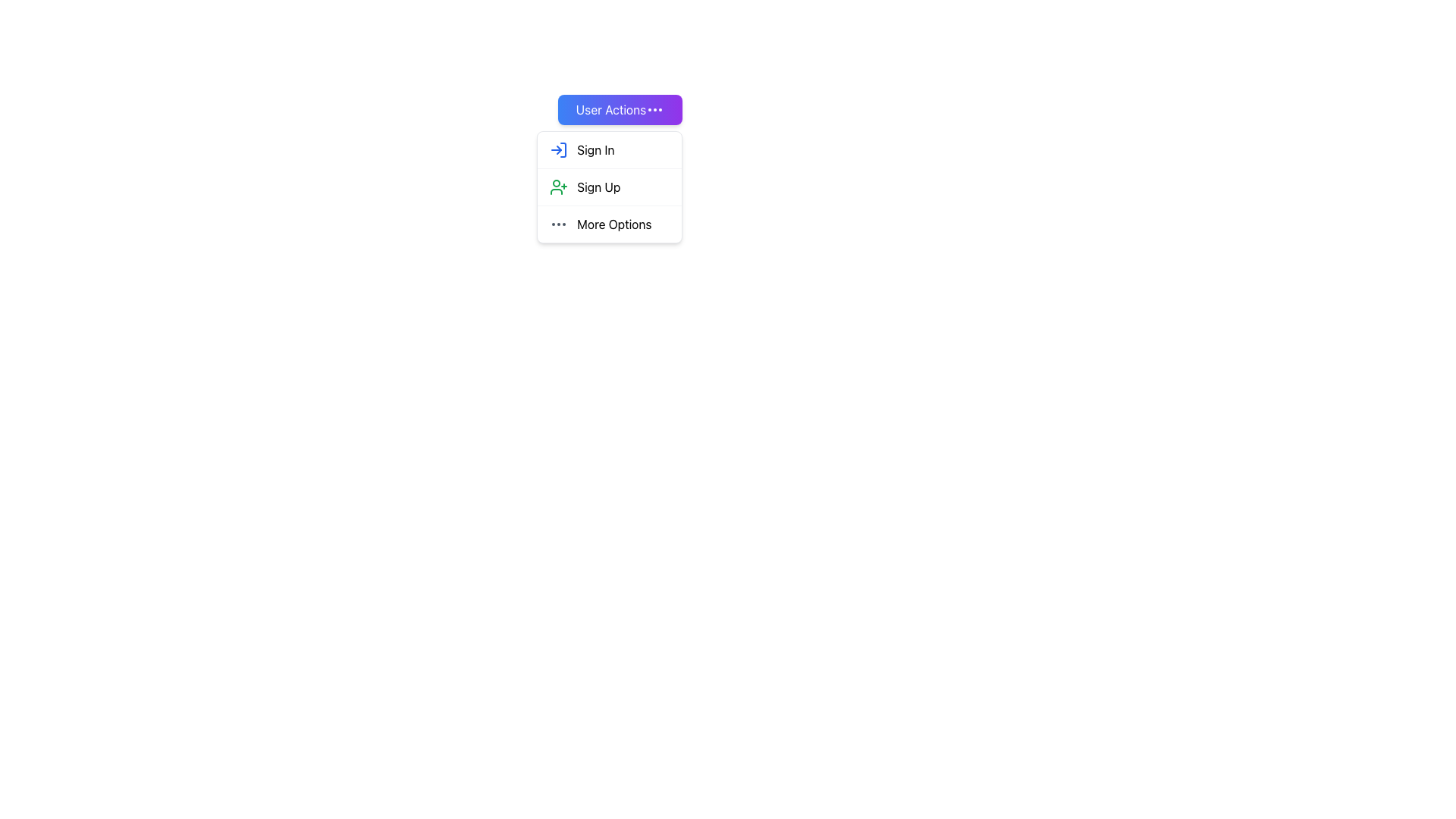  What do you see at coordinates (558, 224) in the screenshot?
I see `the ellipsis icon located in the 'More Options' section of the dropdown menu under the 'User Actions' button, which visually indicates additional options or settings` at bounding box center [558, 224].